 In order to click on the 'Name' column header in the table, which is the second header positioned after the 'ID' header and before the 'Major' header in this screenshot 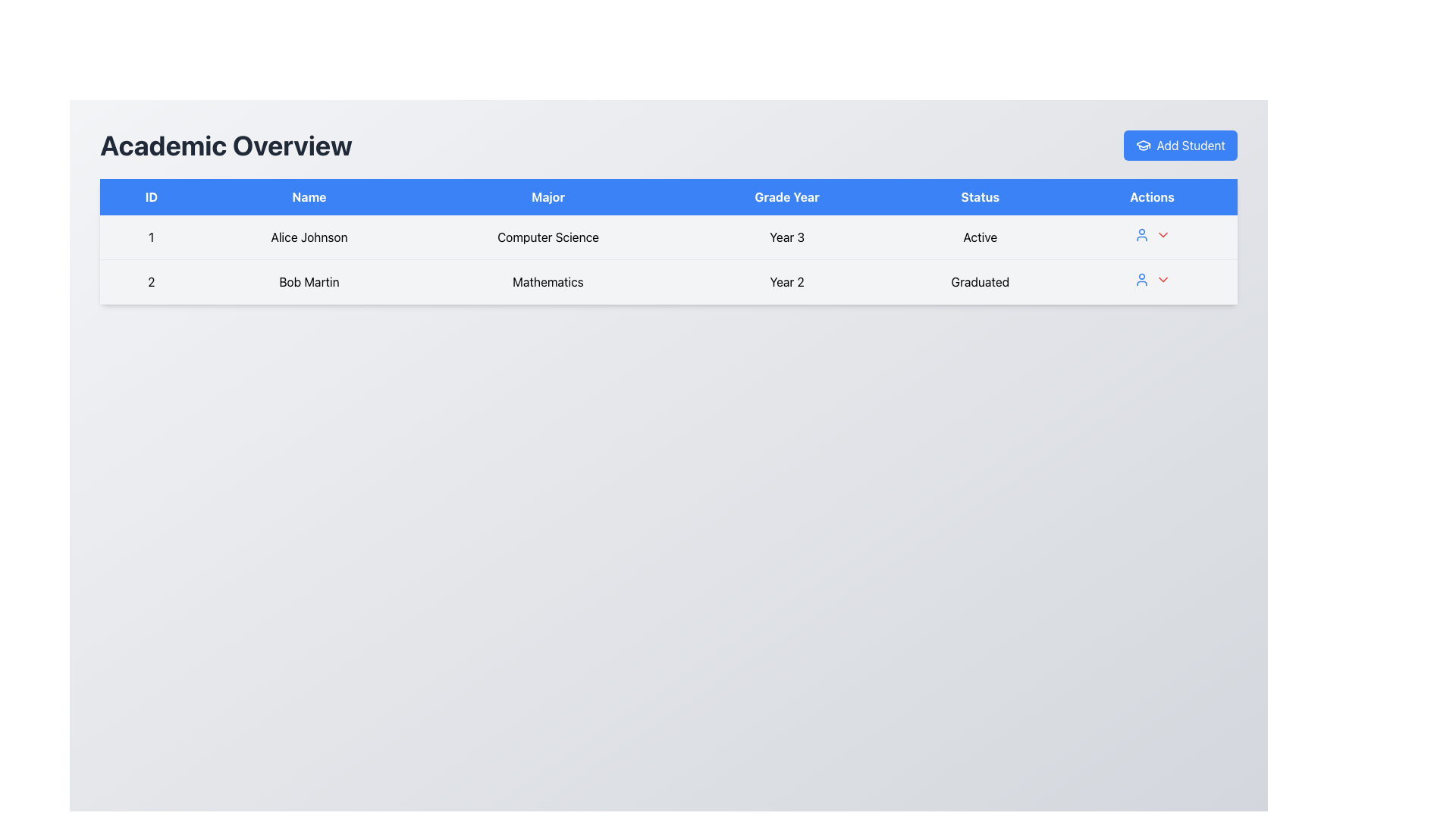, I will do `click(309, 196)`.